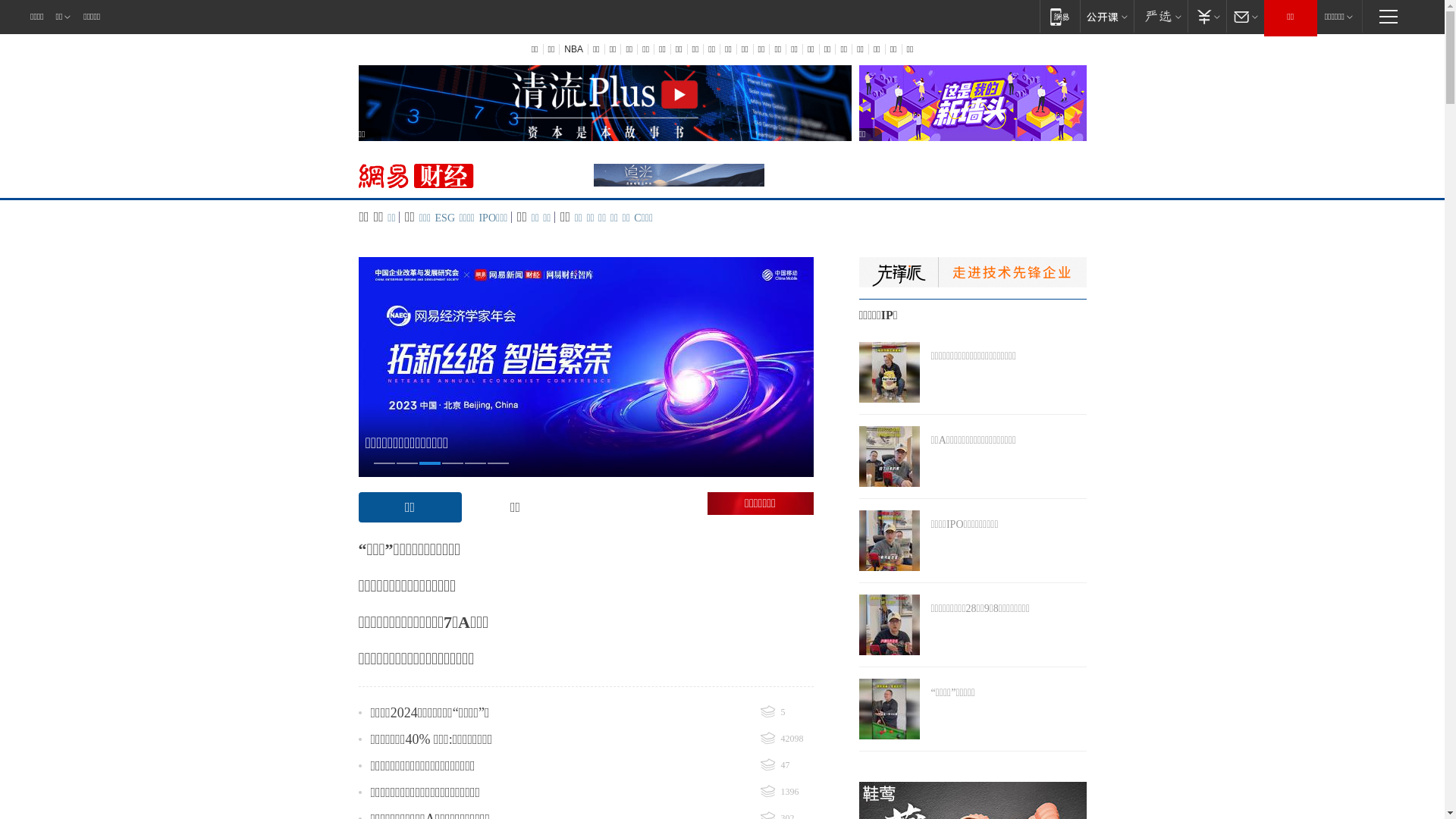  What do you see at coordinates (786, 739) in the screenshot?
I see `'42098'` at bounding box center [786, 739].